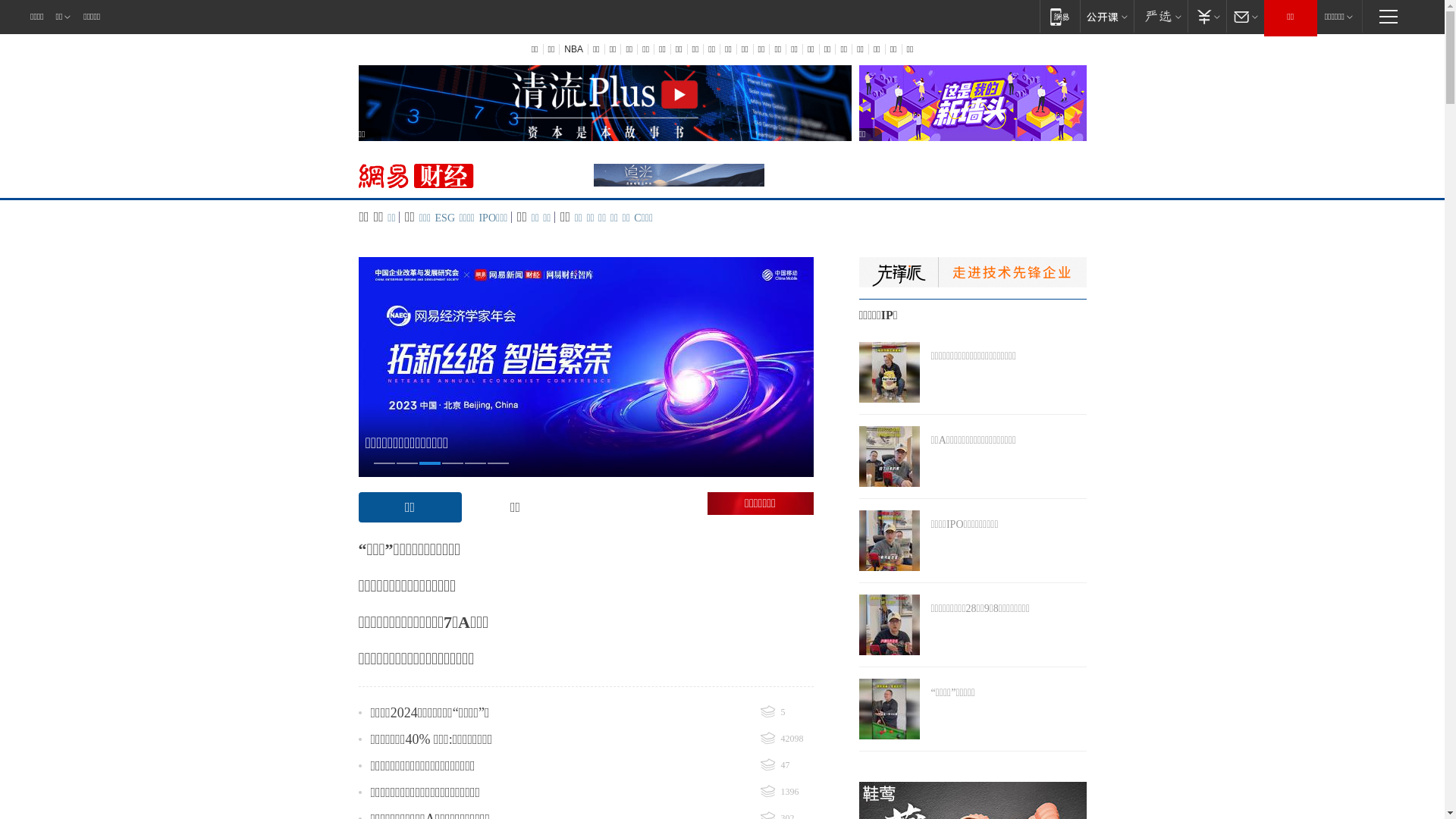  What do you see at coordinates (786, 739) in the screenshot?
I see `'42098'` at bounding box center [786, 739].